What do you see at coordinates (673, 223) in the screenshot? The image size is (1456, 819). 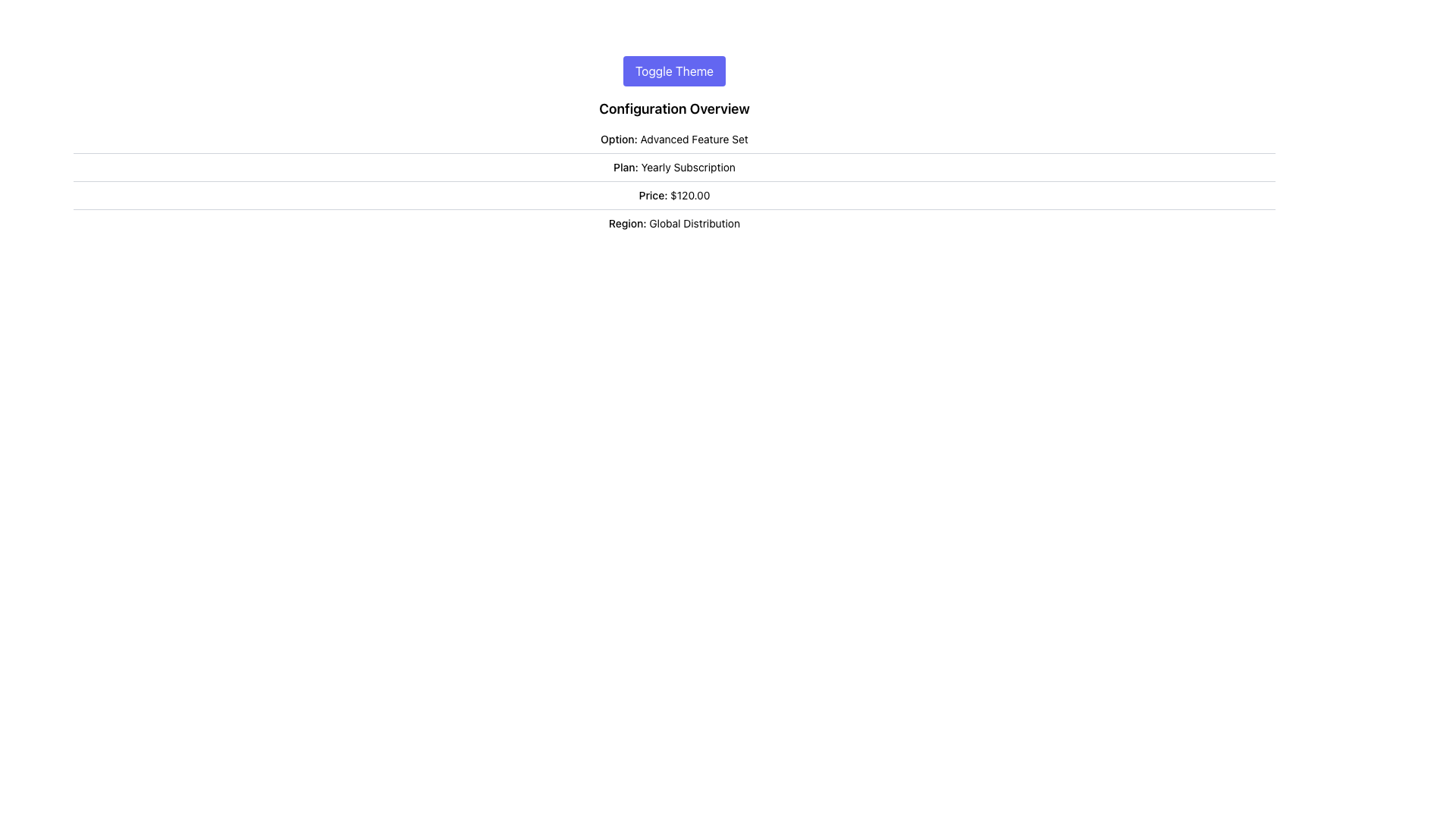 I see `the informational Text Label that displays the selected 'Region' for configuration, which is located below 'Price: $120.00'` at bounding box center [673, 223].